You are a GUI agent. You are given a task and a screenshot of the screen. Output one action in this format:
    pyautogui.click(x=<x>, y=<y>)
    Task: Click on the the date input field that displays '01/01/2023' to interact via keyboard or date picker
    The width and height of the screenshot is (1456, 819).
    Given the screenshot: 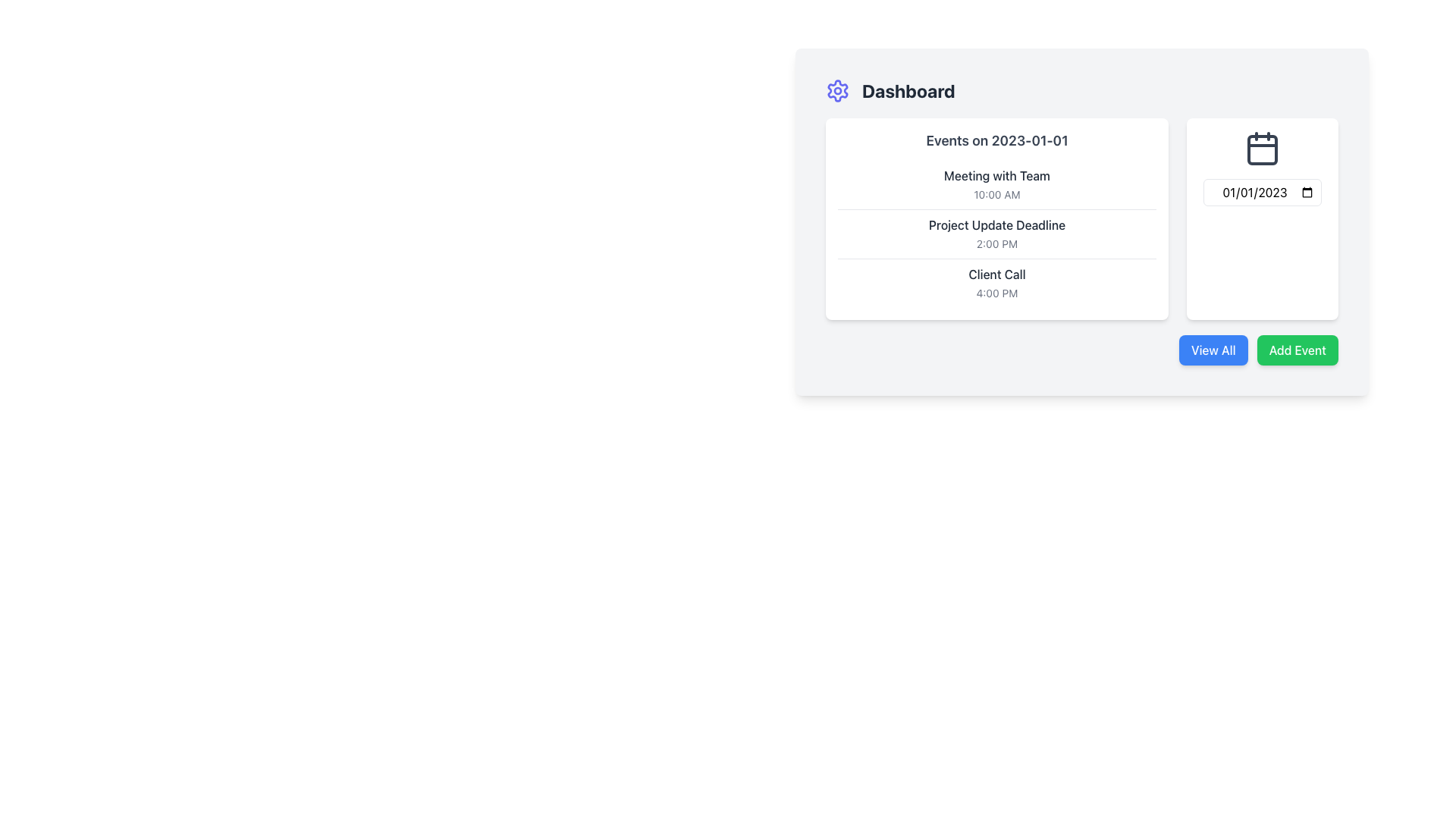 What is the action you would take?
    pyautogui.click(x=1263, y=192)
    